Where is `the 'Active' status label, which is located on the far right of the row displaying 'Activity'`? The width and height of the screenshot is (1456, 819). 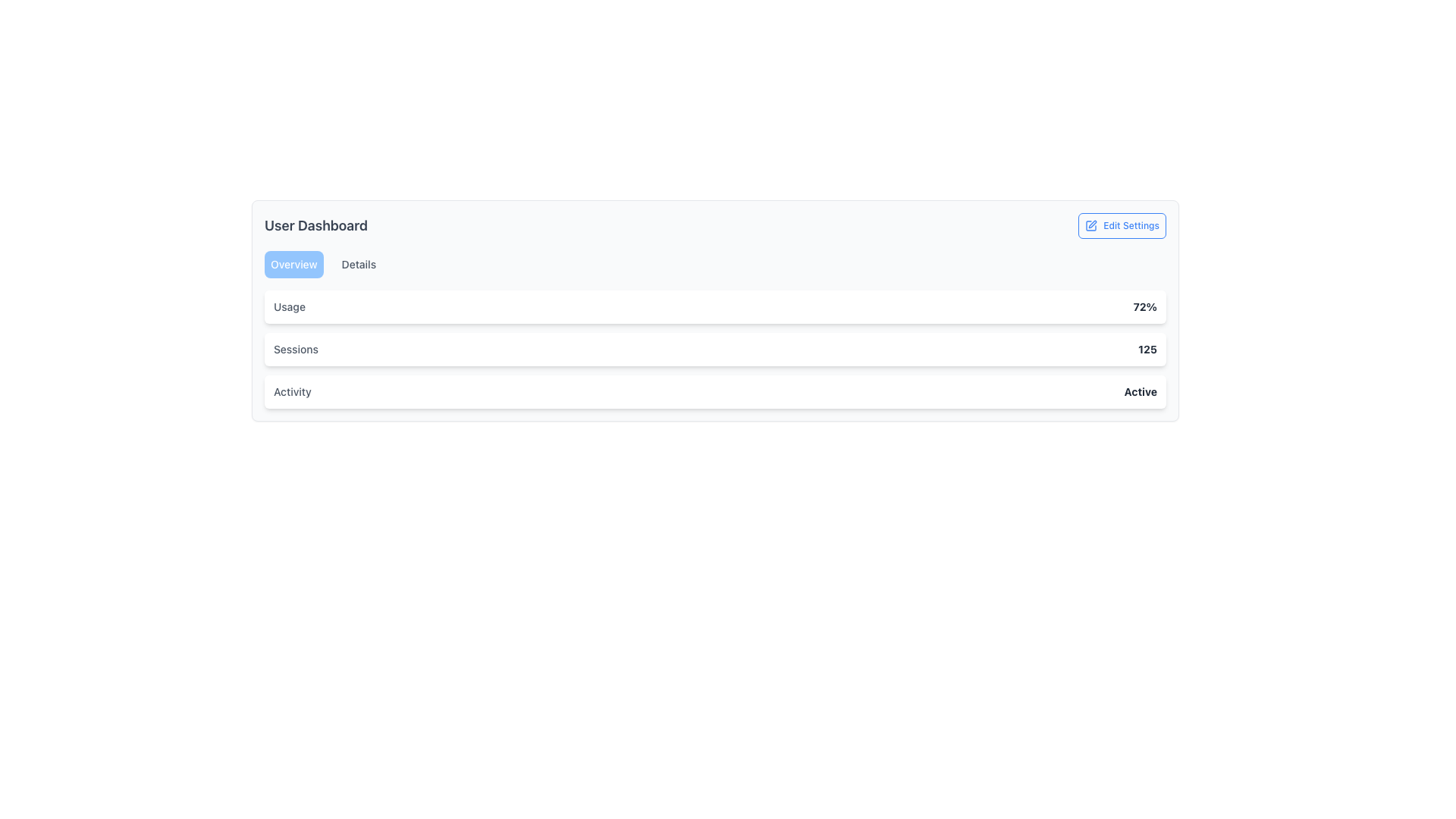
the 'Active' status label, which is located on the far right of the row displaying 'Activity' is located at coordinates (1141, 391).